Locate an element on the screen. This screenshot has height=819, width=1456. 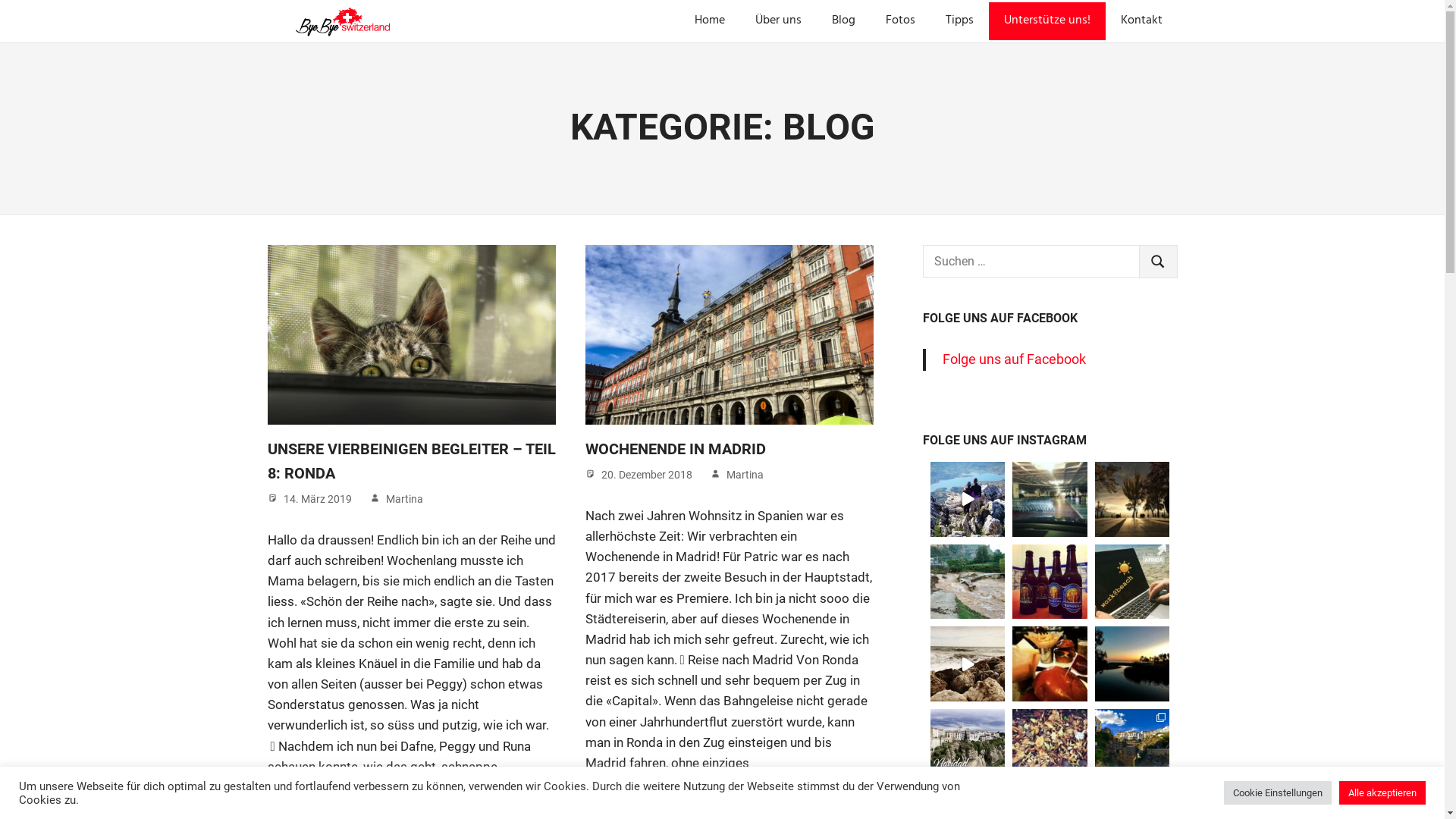
'WOCHENENDE IN MADRID' is located at coordinates (675, 447).